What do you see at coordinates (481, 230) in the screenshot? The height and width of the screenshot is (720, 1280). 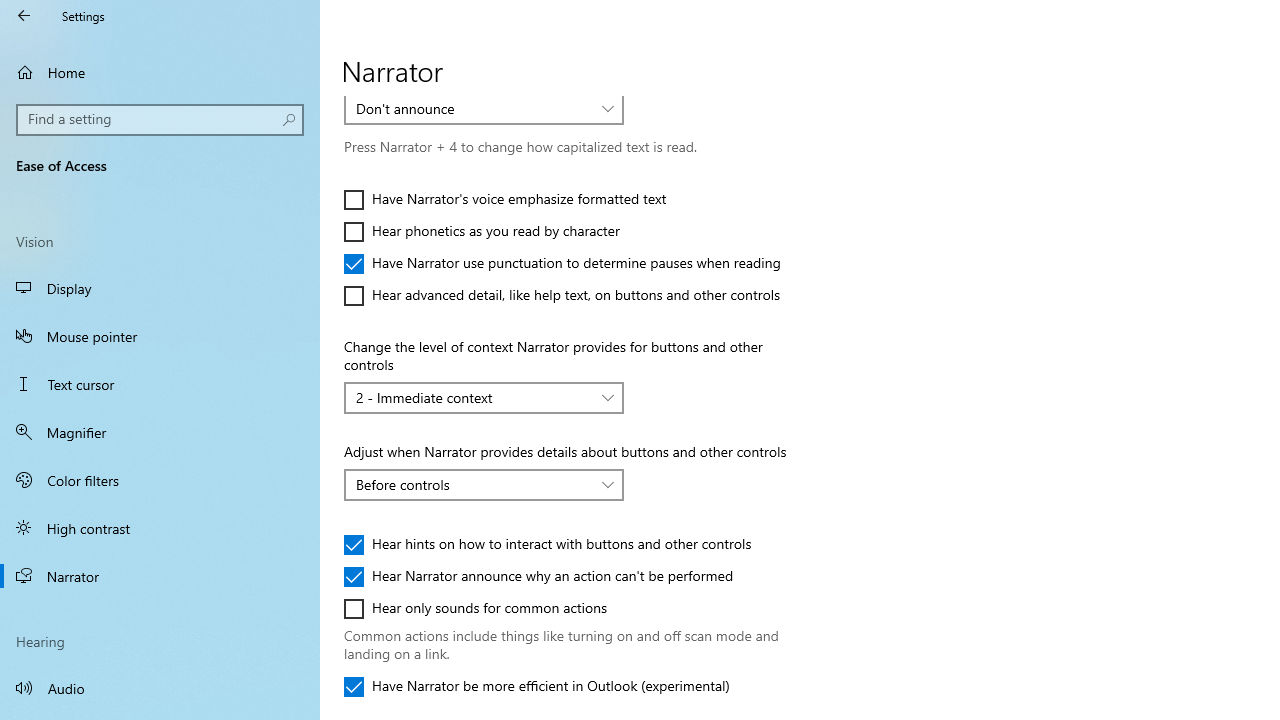 I see `'Hear phonetics as you read by character'` at bounding box center [481, 230].